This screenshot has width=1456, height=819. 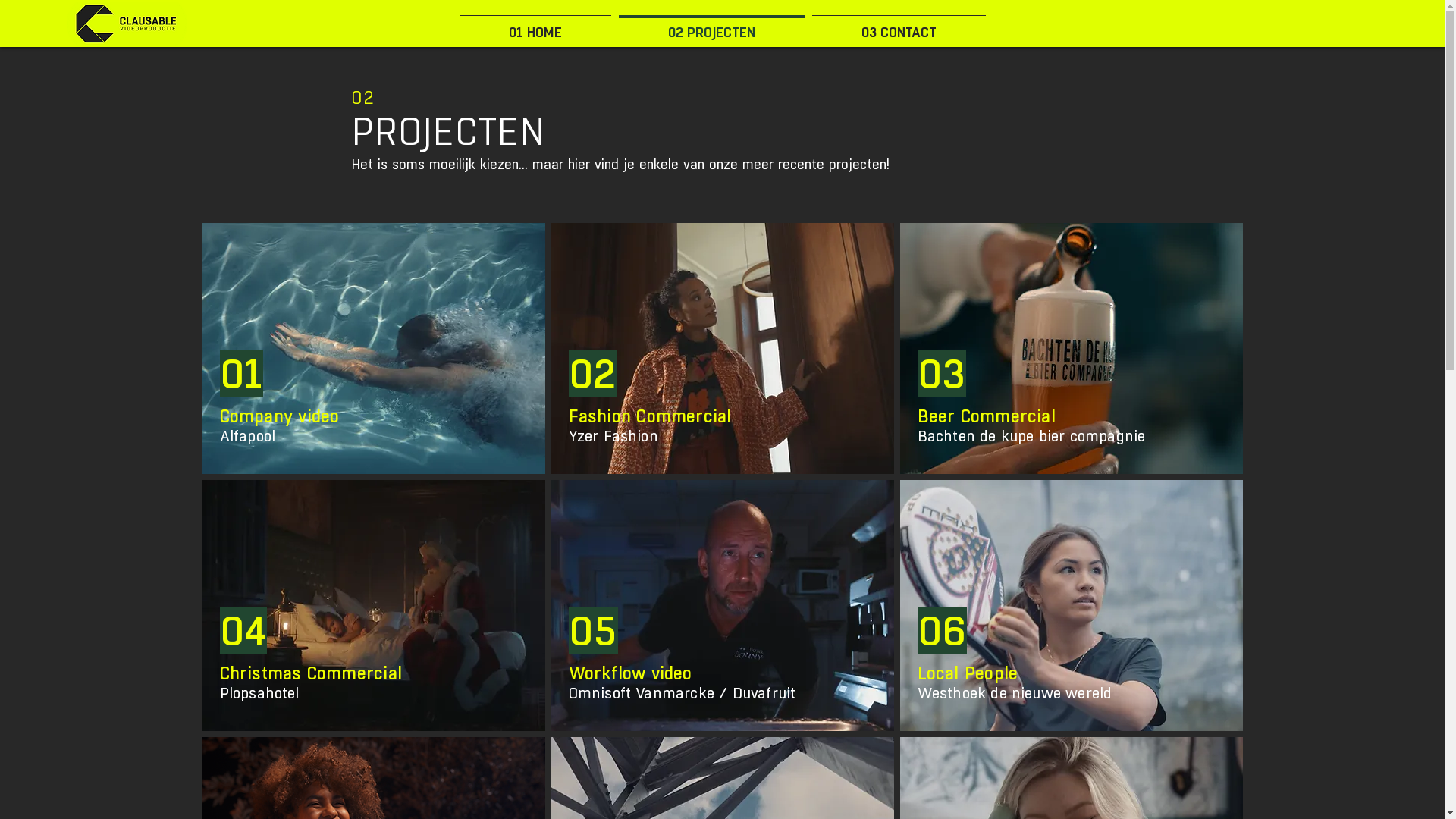 What do you see at coordinates (259, 693) in the screenshot?
I see `'Plopsahotel'` at bounding box center [259, 693].